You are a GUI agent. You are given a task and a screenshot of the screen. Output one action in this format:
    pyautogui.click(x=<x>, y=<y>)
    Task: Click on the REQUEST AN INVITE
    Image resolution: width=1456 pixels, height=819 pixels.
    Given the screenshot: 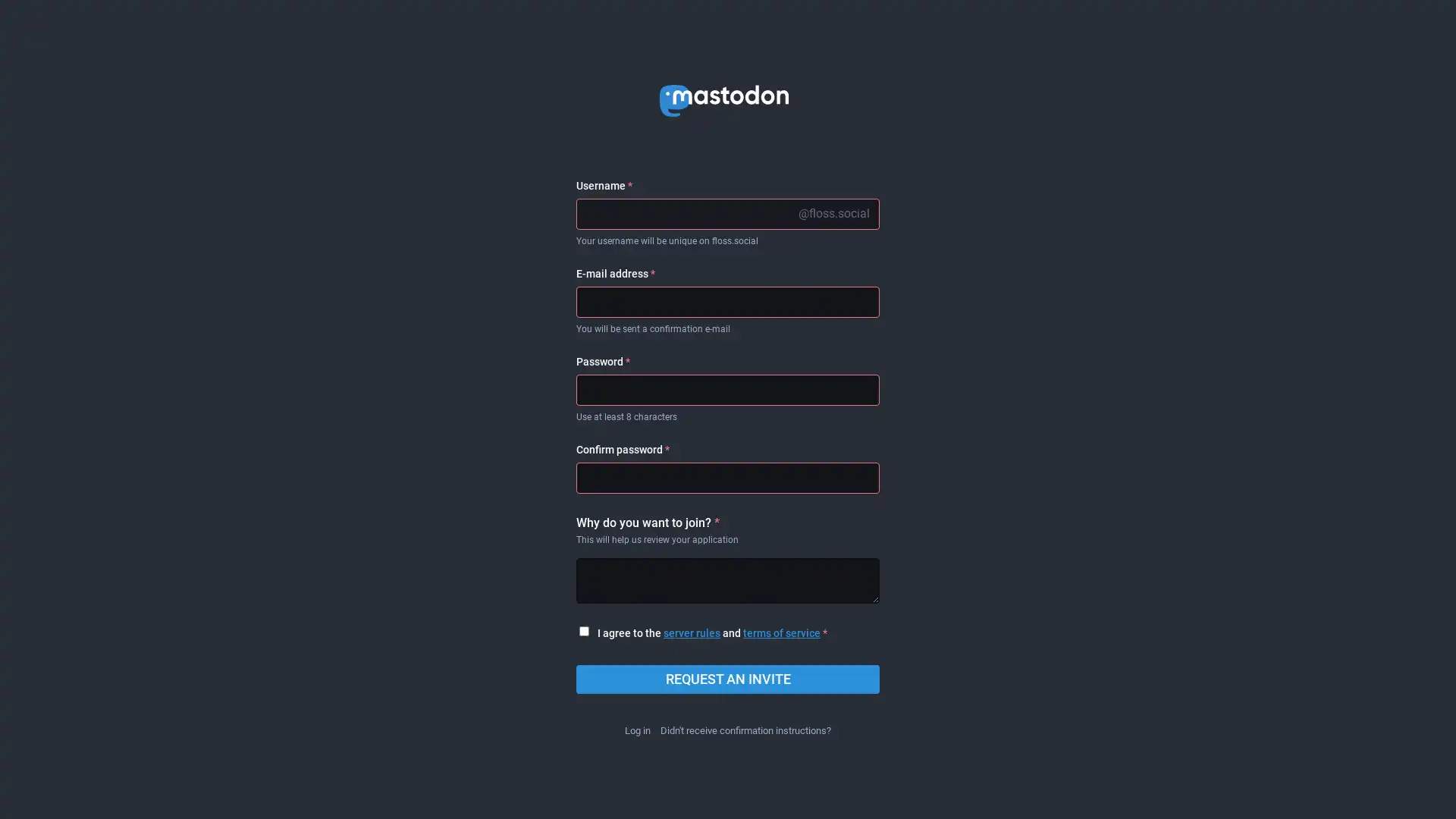 What is the action you would take?
    pyautogui.click(x=728, y=678)
    